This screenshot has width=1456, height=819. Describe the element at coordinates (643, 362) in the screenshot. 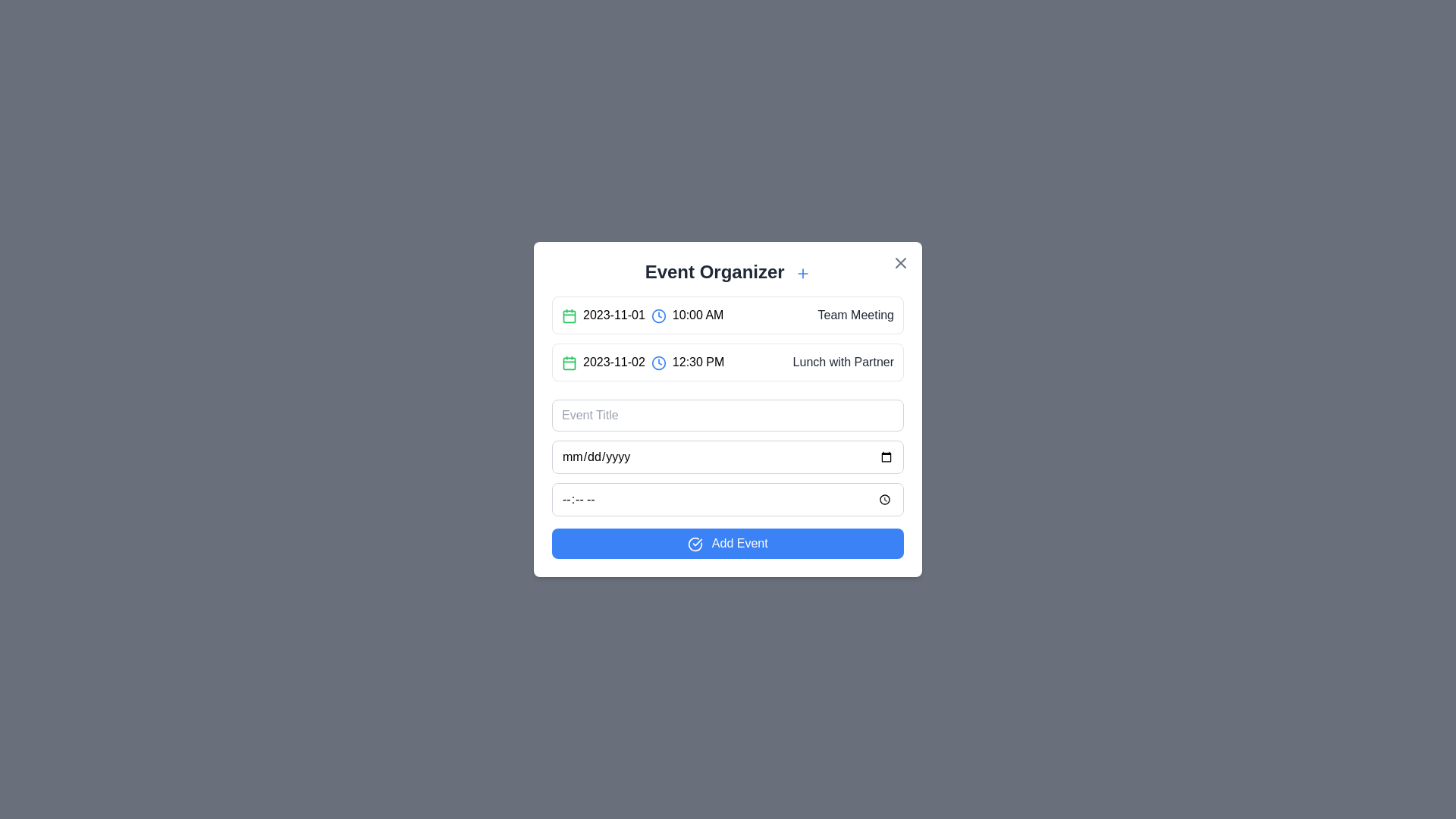

I see `the text element displaying '2023-11-02 12:30 PM' with the green calendar icon and blue clock icon, located in the 'Event Organizer' interface` at that location.